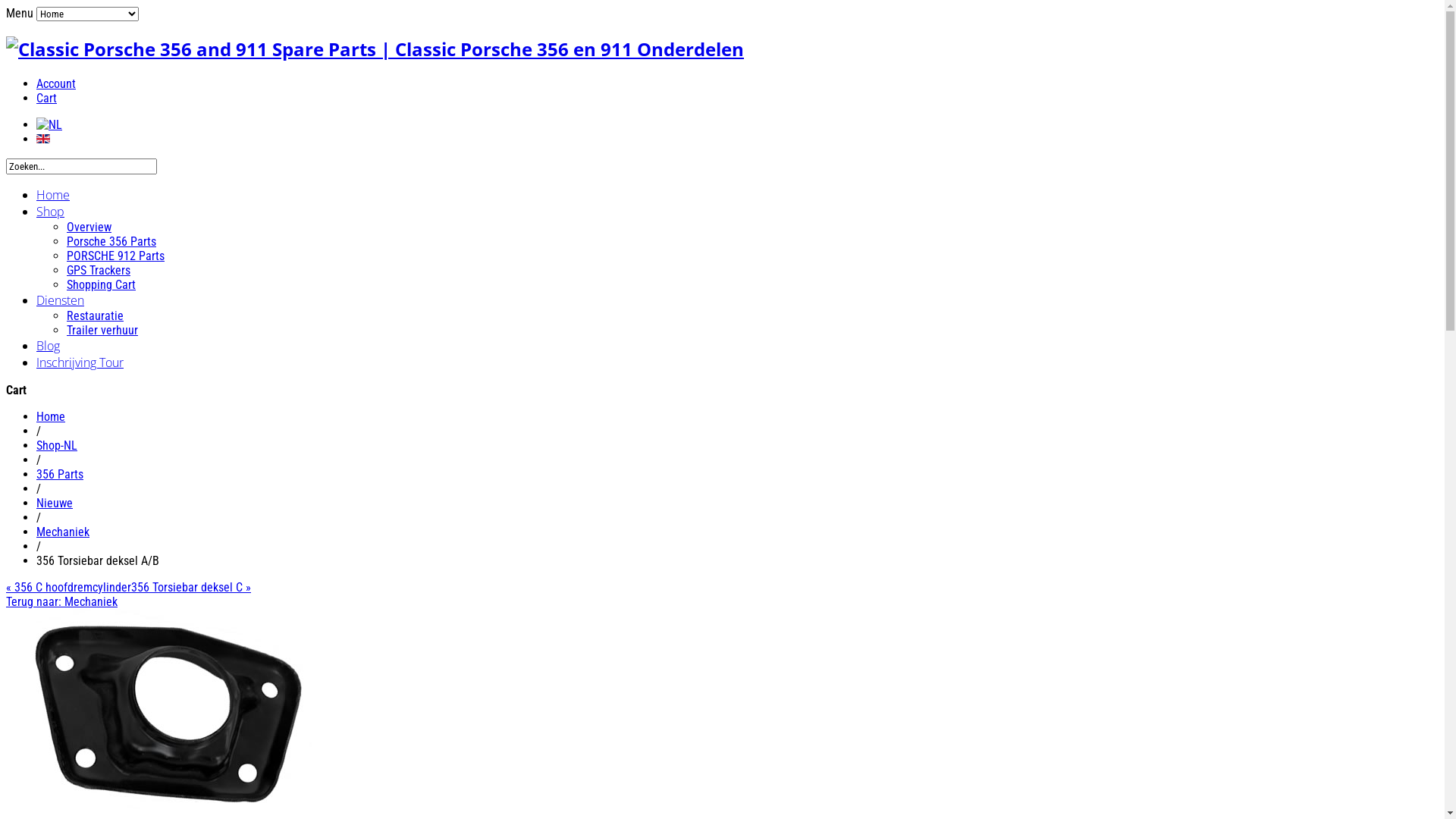  What do you see at coordinates (46, 98) in the screenshot?
I see `'Cart'` at bounding box center [46, 98].